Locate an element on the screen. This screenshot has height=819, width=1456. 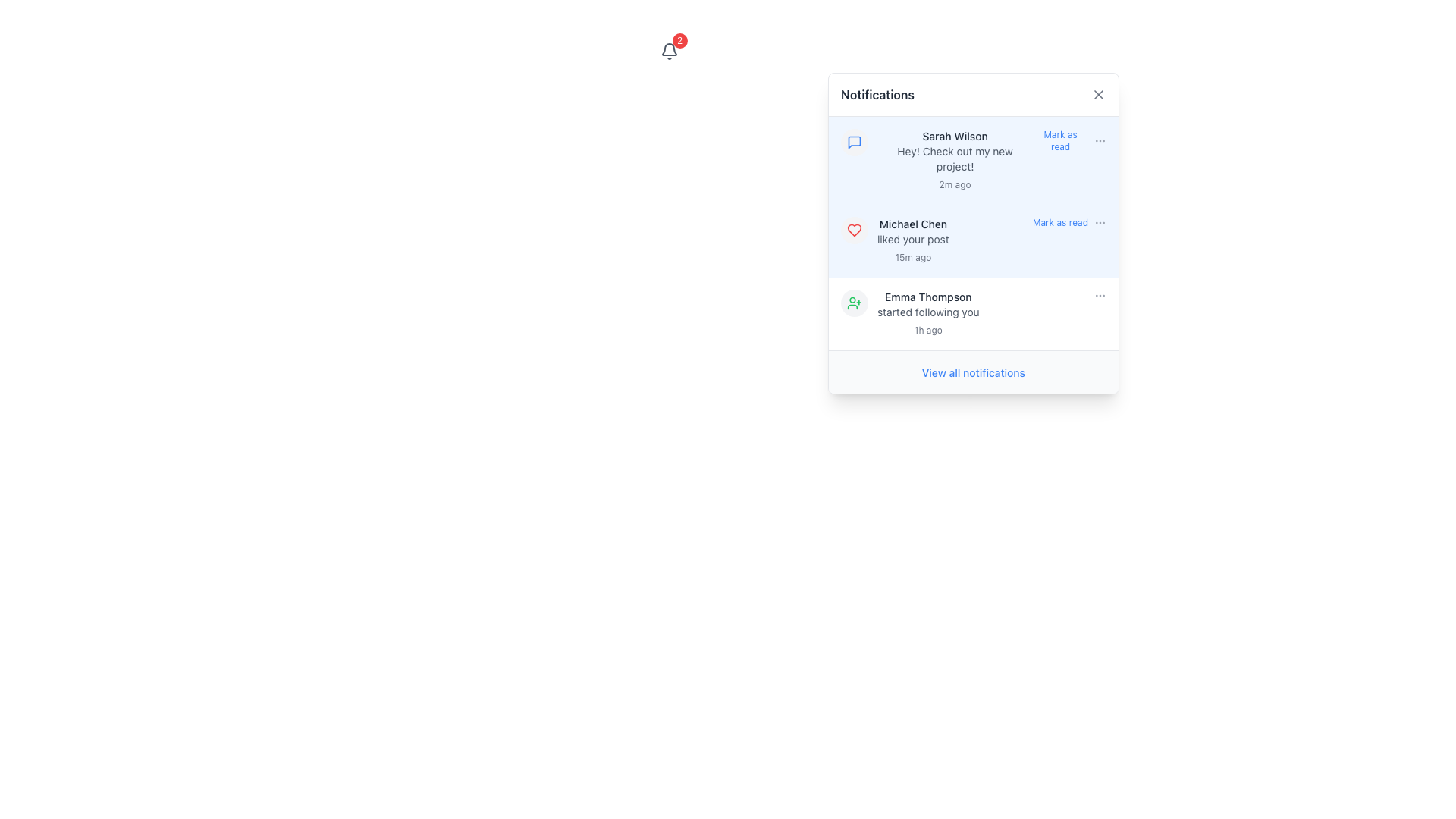
the green user icon with a plus sign located in the upper left of the interface is located at coordinates (855, 303).